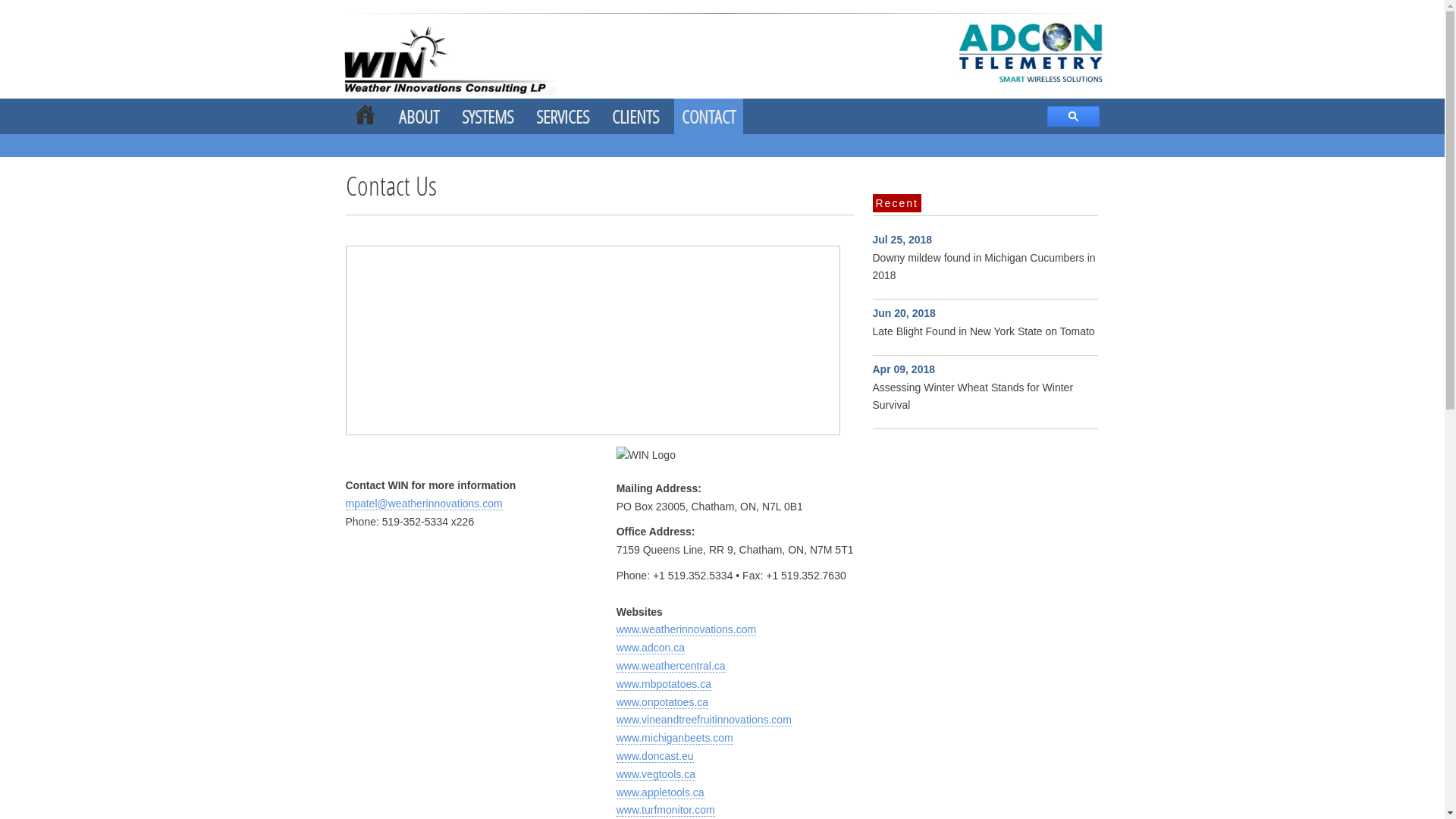 Image resolution: width=1456 pixels, height=819 pixels. Describe the element at coordinates (660, 792) in the screenshot. I see `'www.appletools.ca'` at that location.